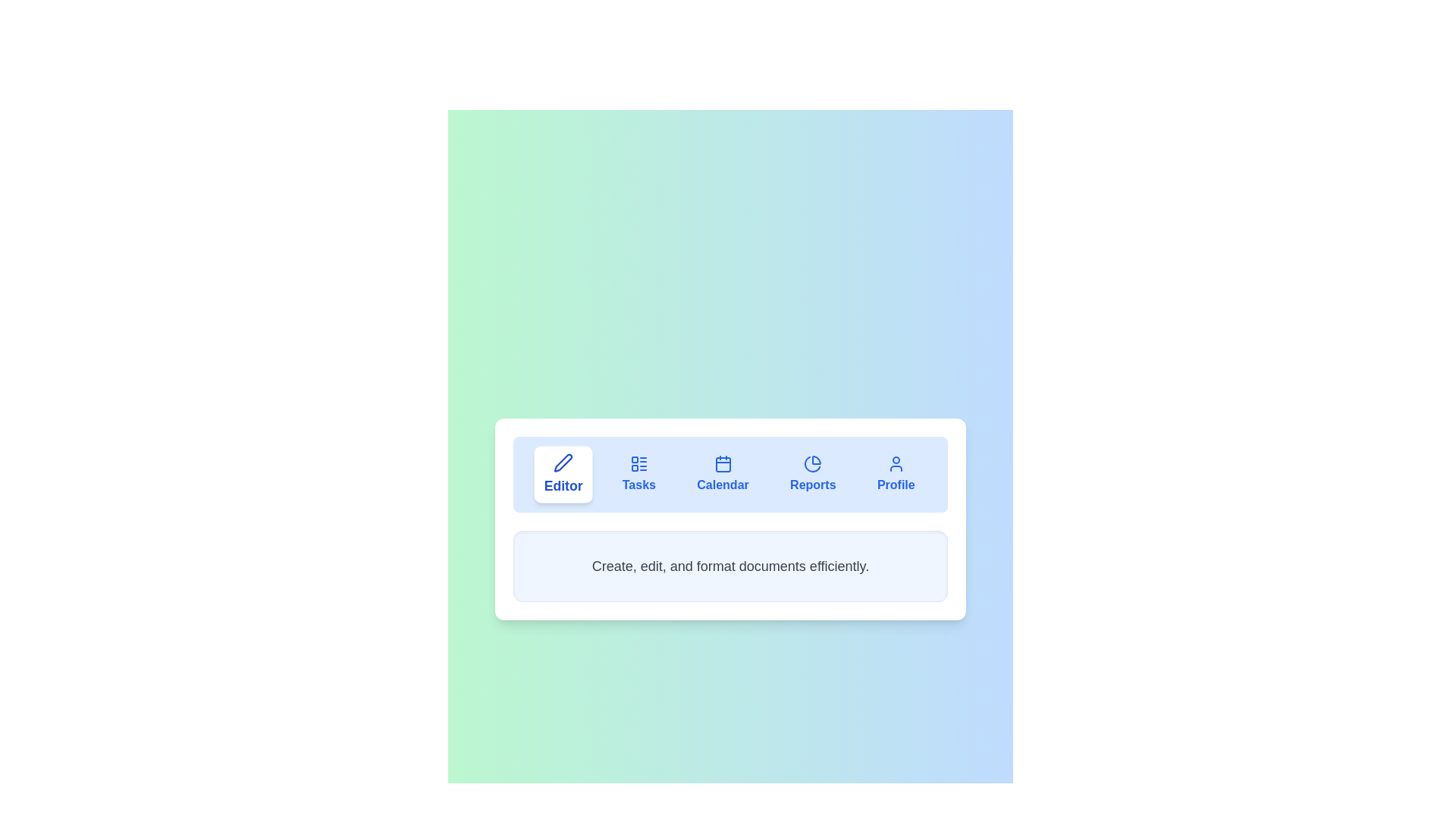 Image resolution: width=1456 pixels, height=819 pixels. I want to click on the Editor tab to observe its visual transition, so click(563, 473).